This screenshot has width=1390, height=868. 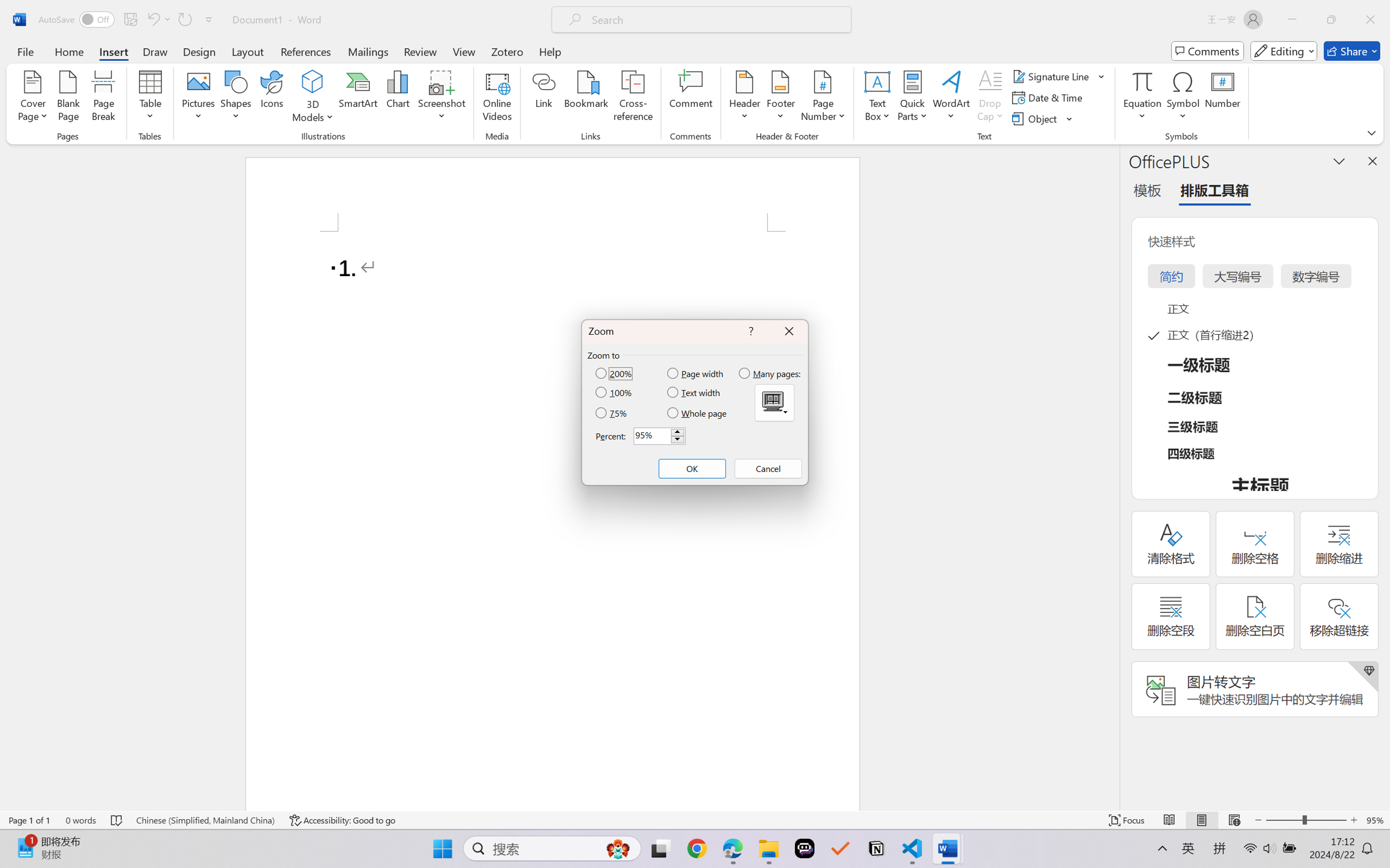 What do you see at coordinates (199, 98) in the screenshot?
I see `'Pictures'` at bounding box center [199, 98].